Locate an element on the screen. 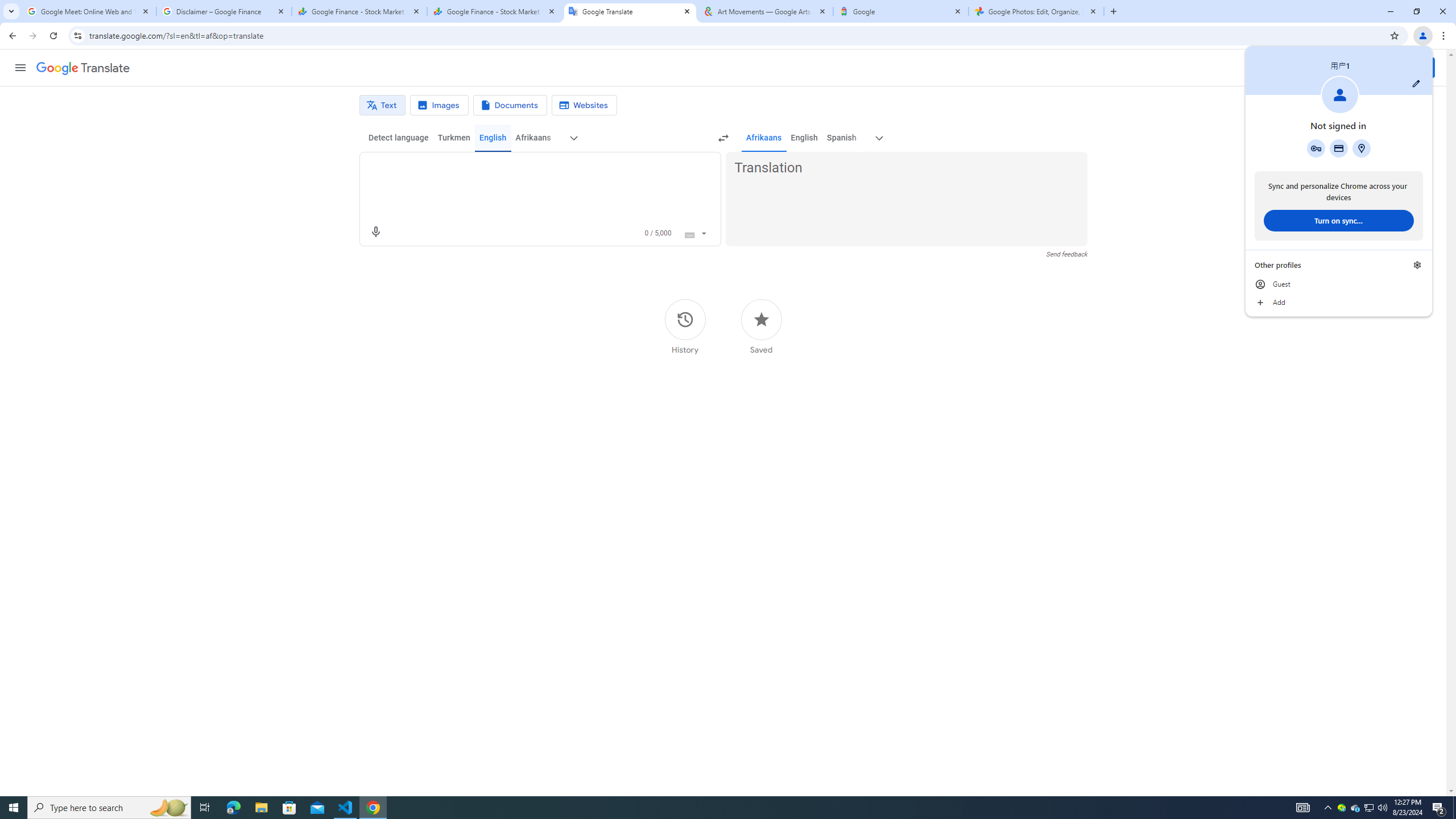 This screenshot has height=819, width=1456. 'Google' is located at coordinates (900, 11).